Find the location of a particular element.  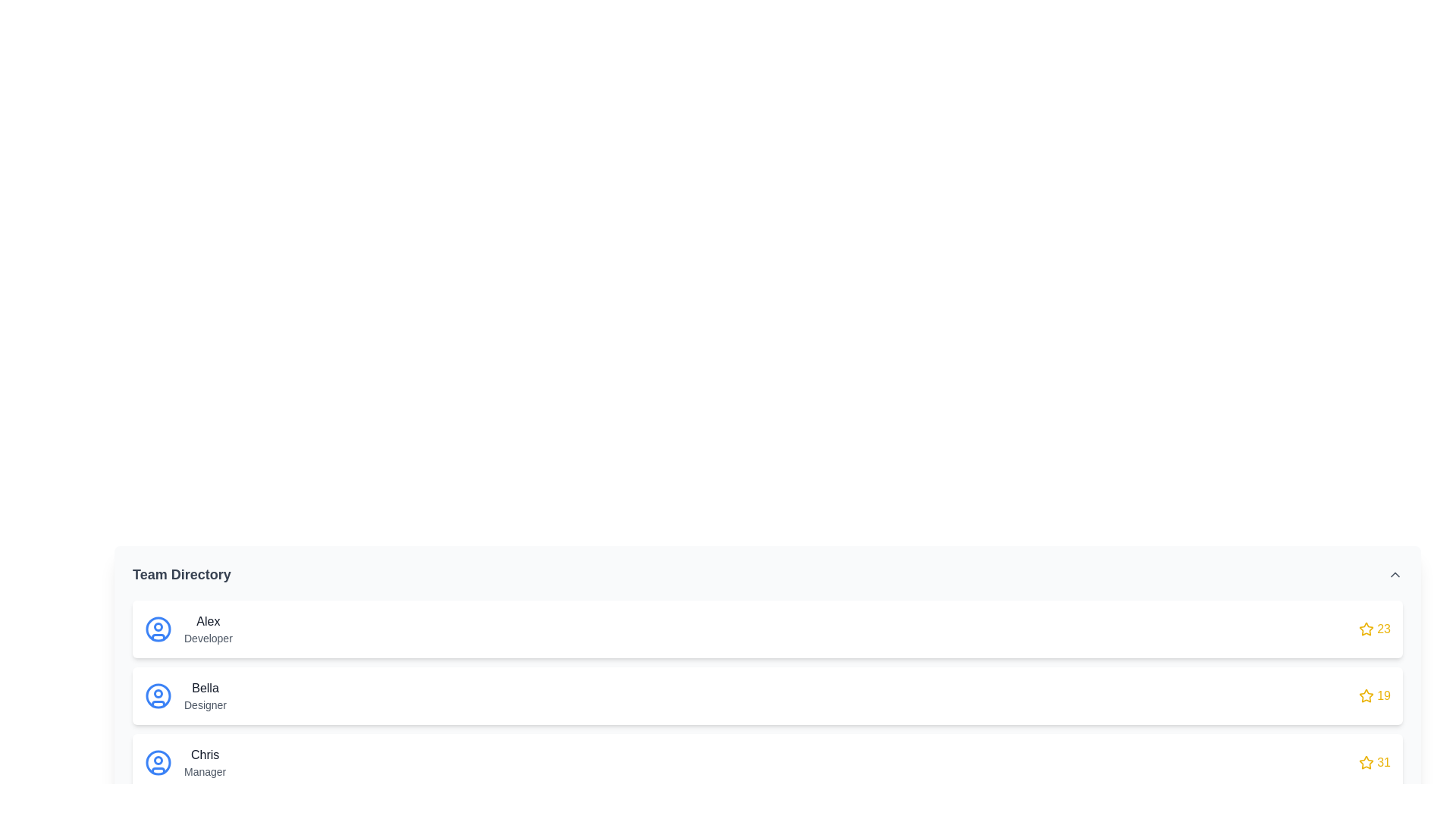

the star icon that represents a rating or importance level associated with the text '19', located in the right section of the second row is located at coordinates (1367, 696).